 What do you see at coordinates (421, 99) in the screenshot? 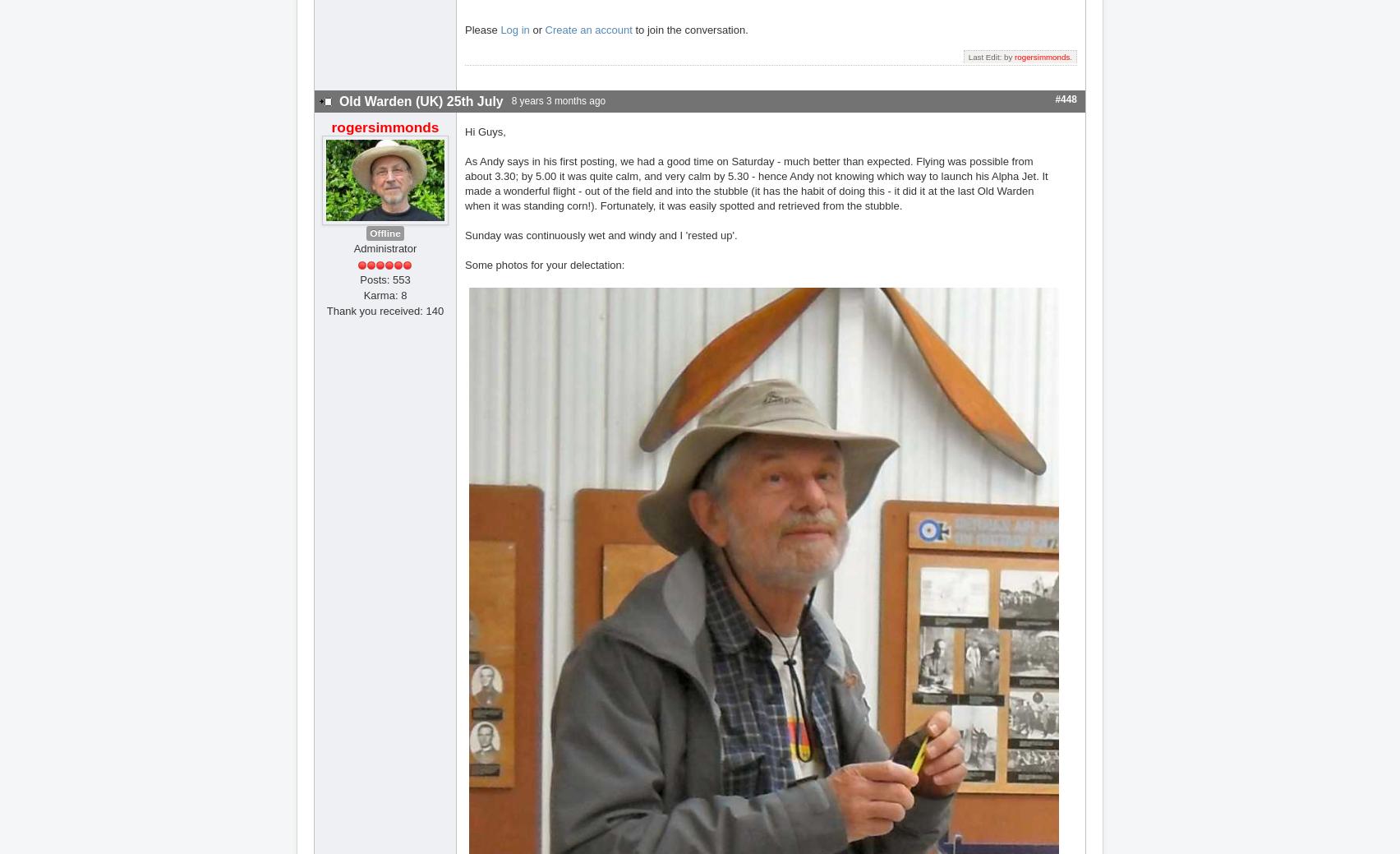
I see `'Old Warden (UK) 25th July'` at bounding box center [421, 99].